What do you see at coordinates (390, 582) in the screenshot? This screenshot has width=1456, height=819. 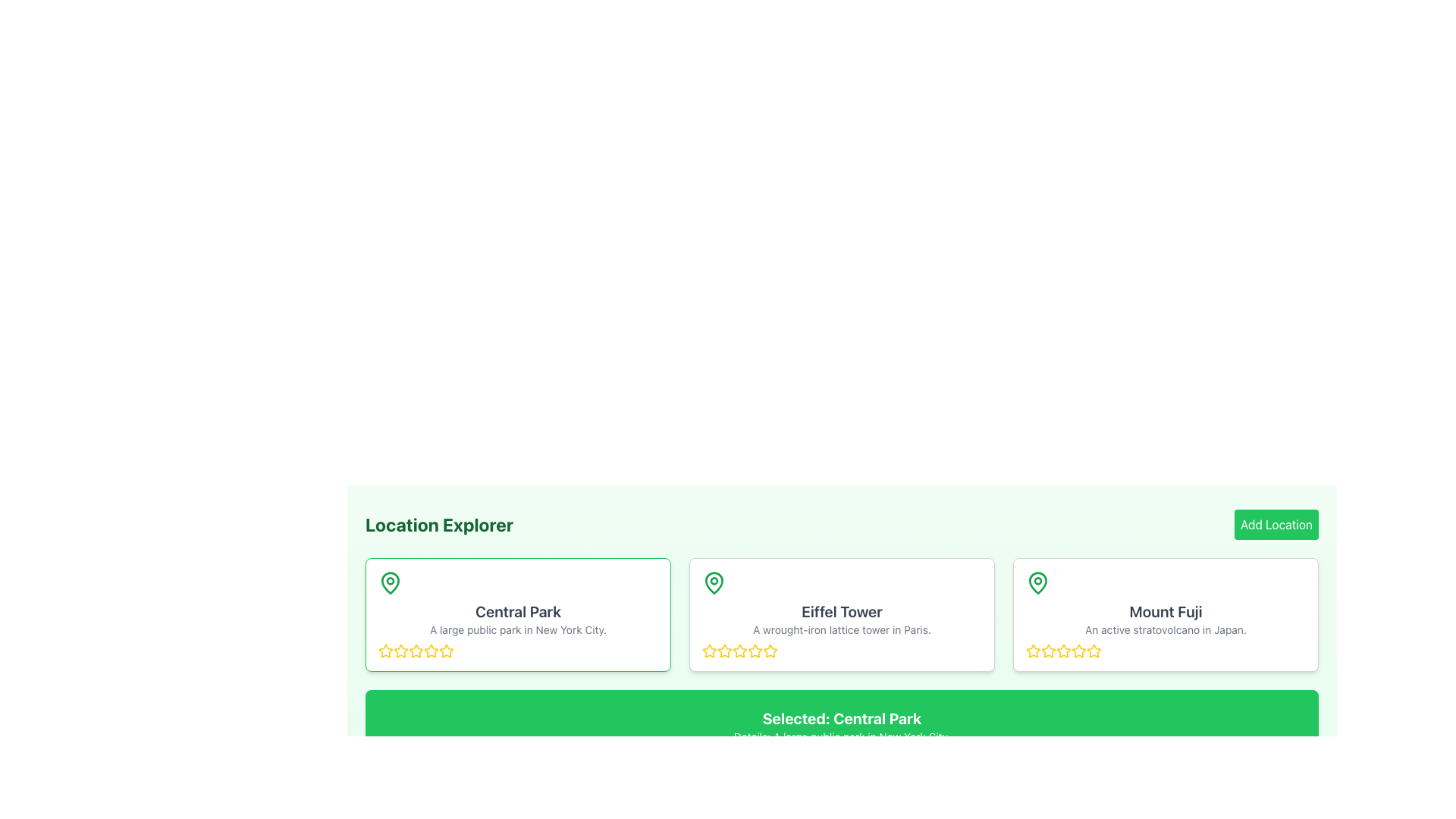 I see `the green heart-shaped pin icon located at the upper left section of the 'Central Park' card` at bounding box center [390, 582].